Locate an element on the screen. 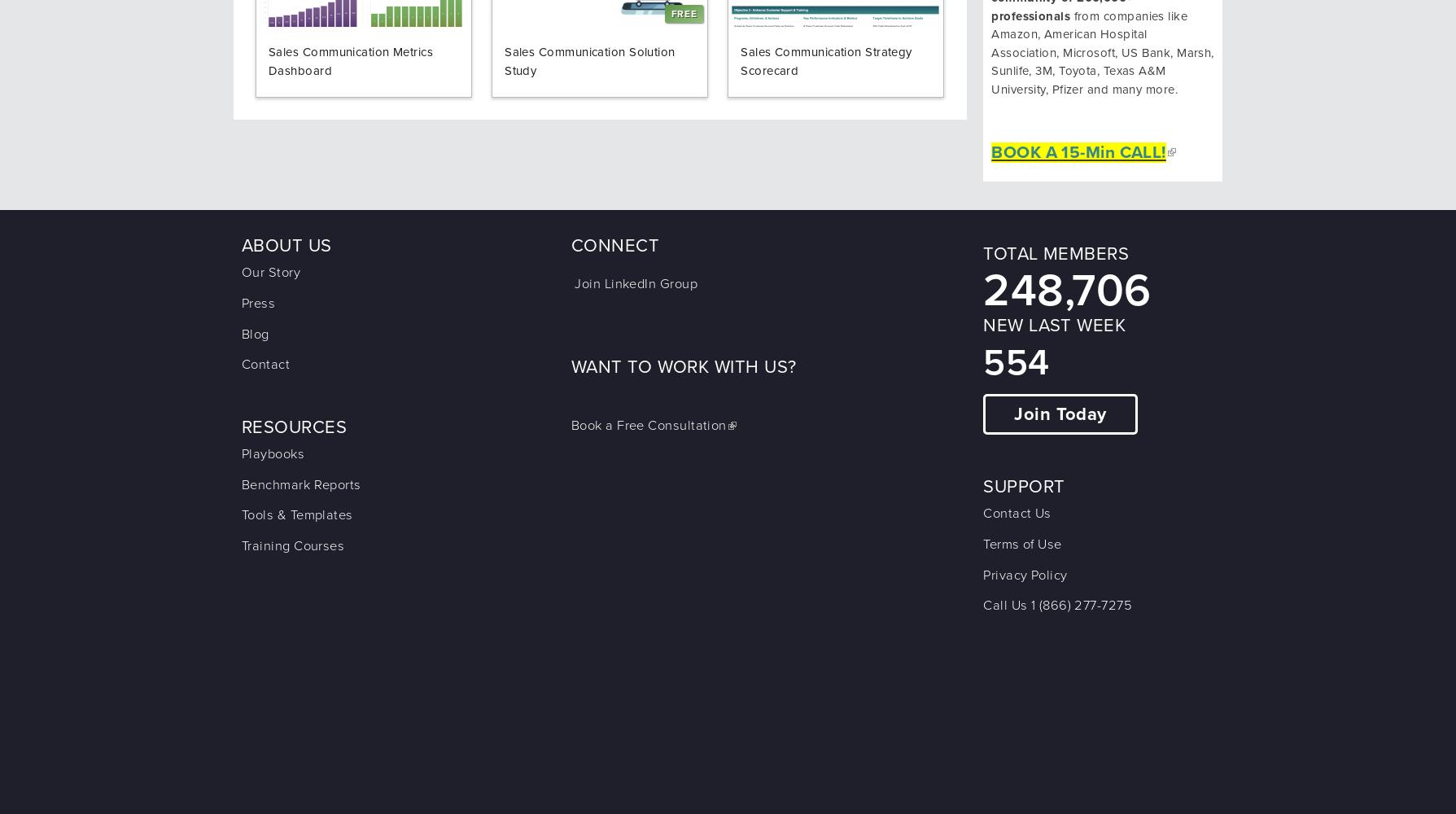 The height and width of the screenshot is (814, 1456). 'Tools & Templates' is located at coordinates (295, 515).